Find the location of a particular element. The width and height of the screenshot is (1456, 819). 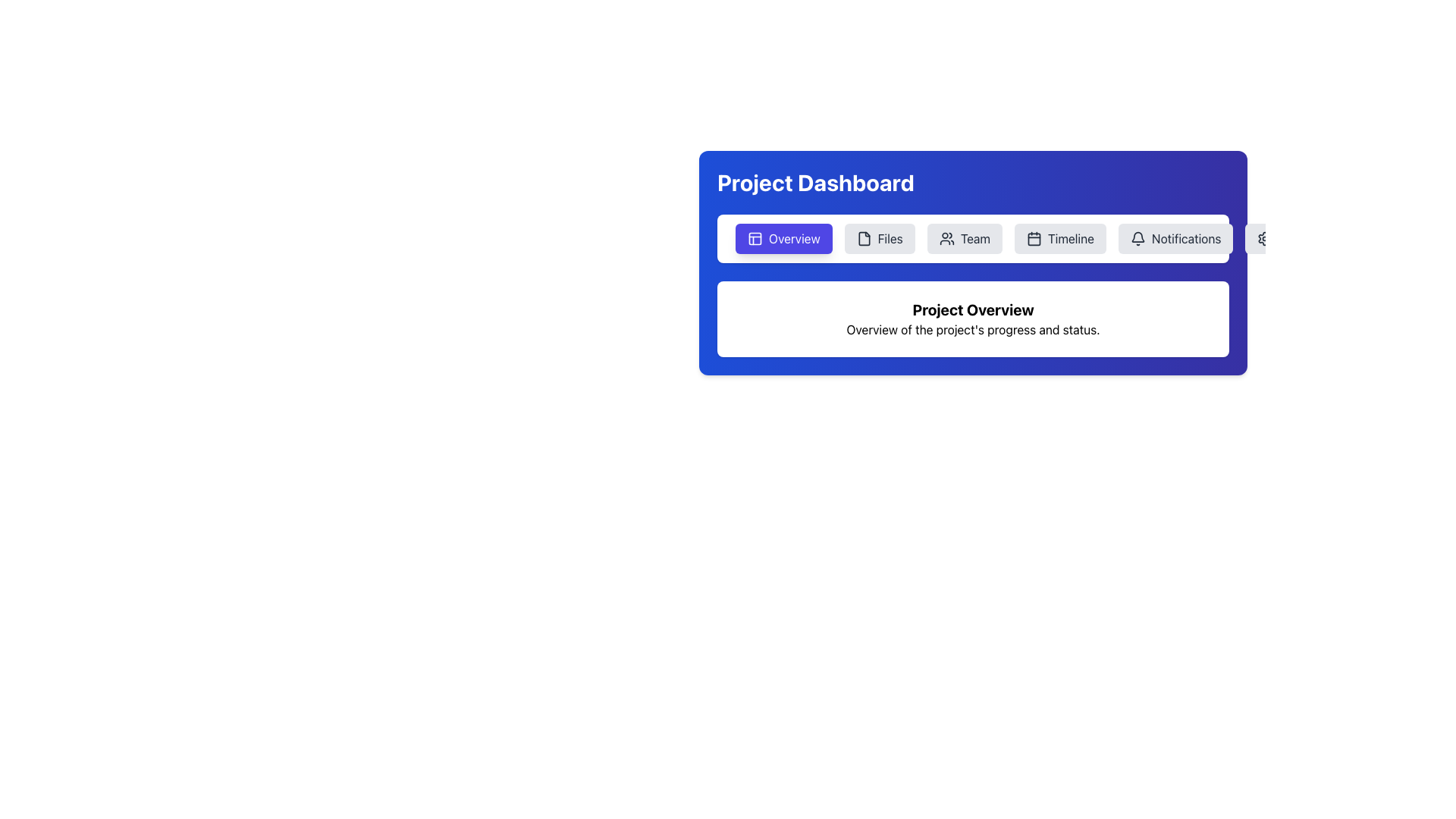

the small rectangular icon with rounded corners located inside the 'Overview' button in the tab menu is located at coordinates (755, 239).